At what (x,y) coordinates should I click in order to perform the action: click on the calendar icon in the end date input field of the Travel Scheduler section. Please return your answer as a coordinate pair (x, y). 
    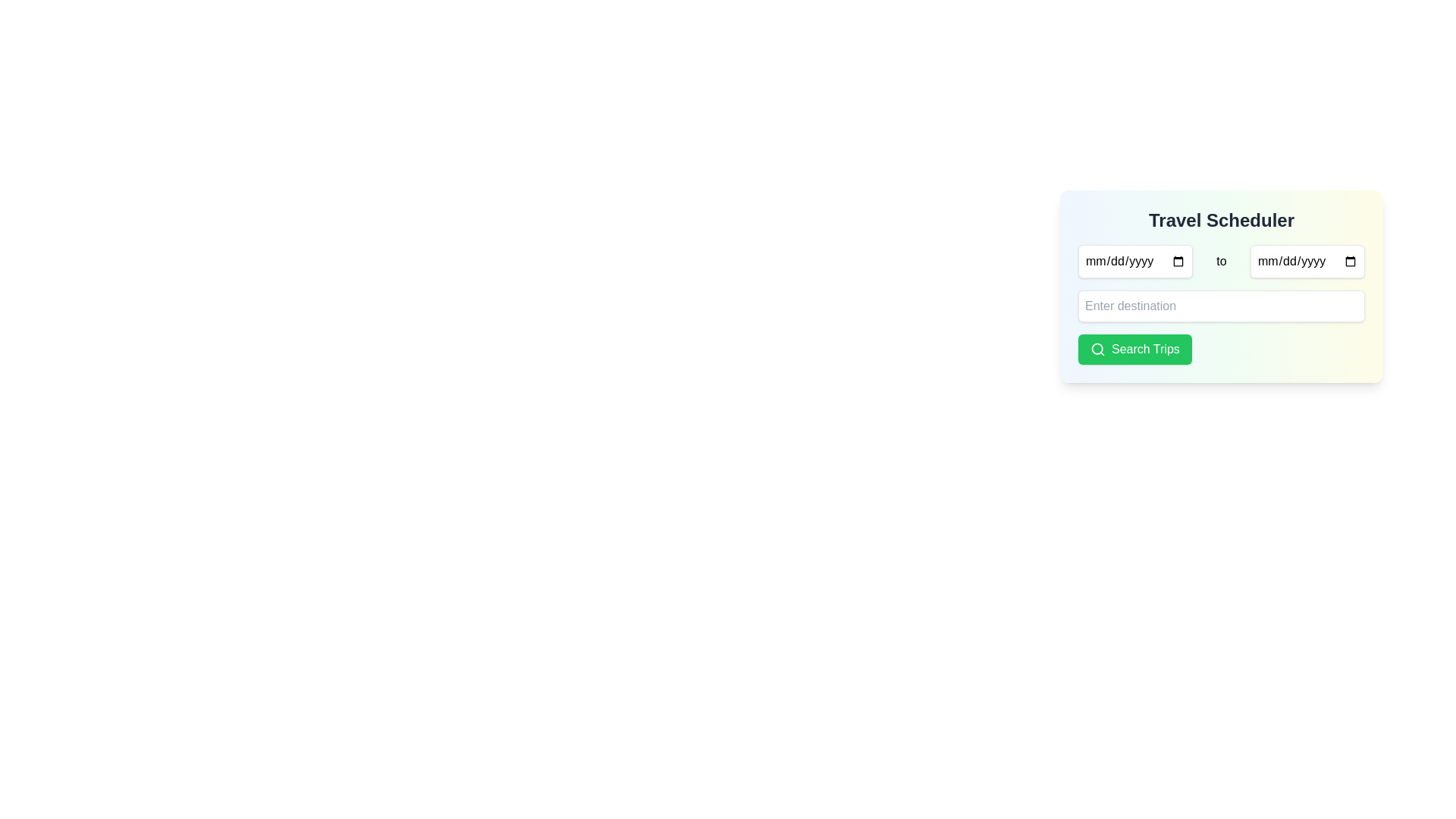
    Looking at the image, I should click on (1307, 260).